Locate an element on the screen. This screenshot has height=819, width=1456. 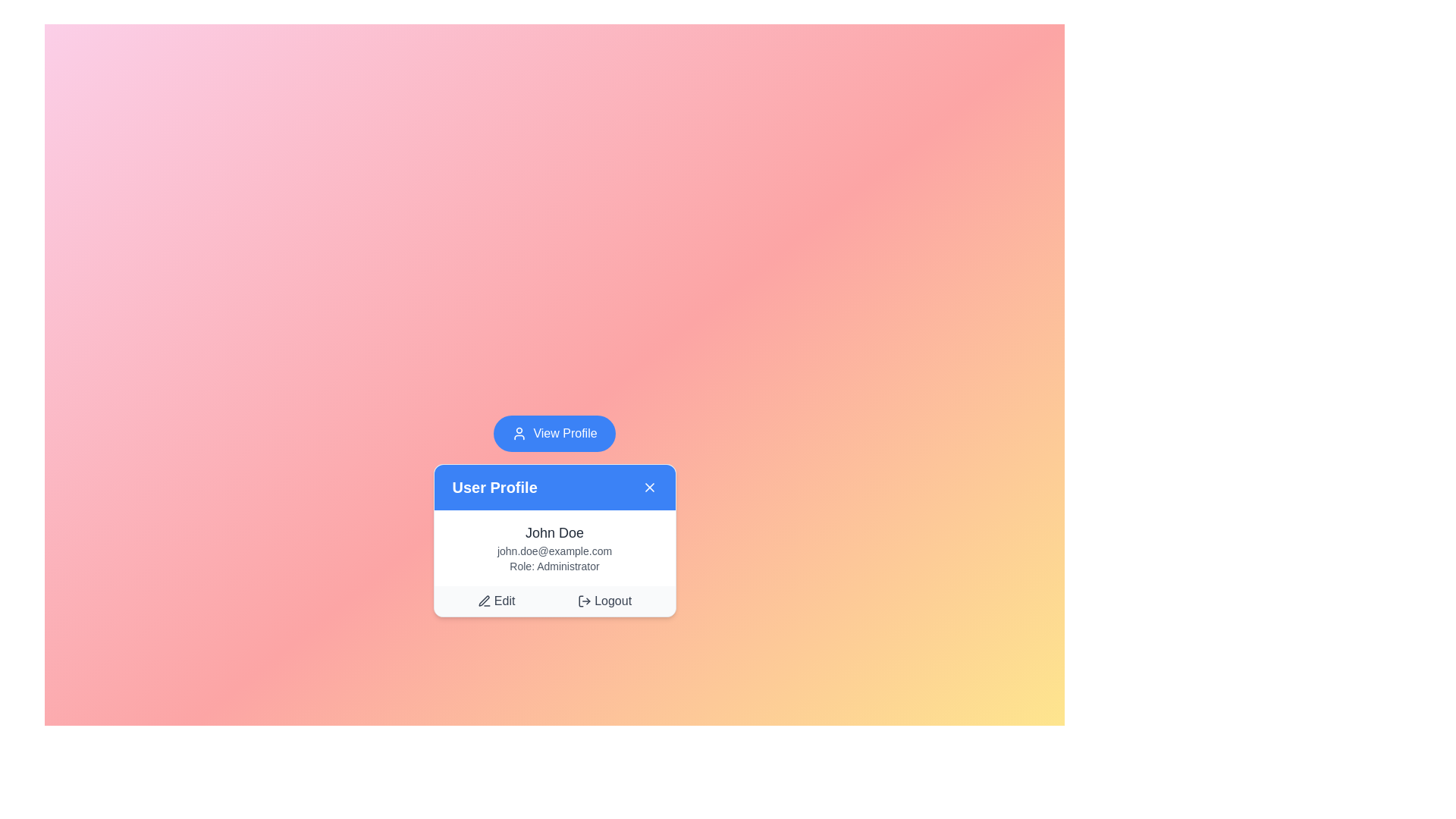
the 'Edit Profile' button located in the footer section of the 'User Profile' card to initiate editing is located at coordinates (496, 601).